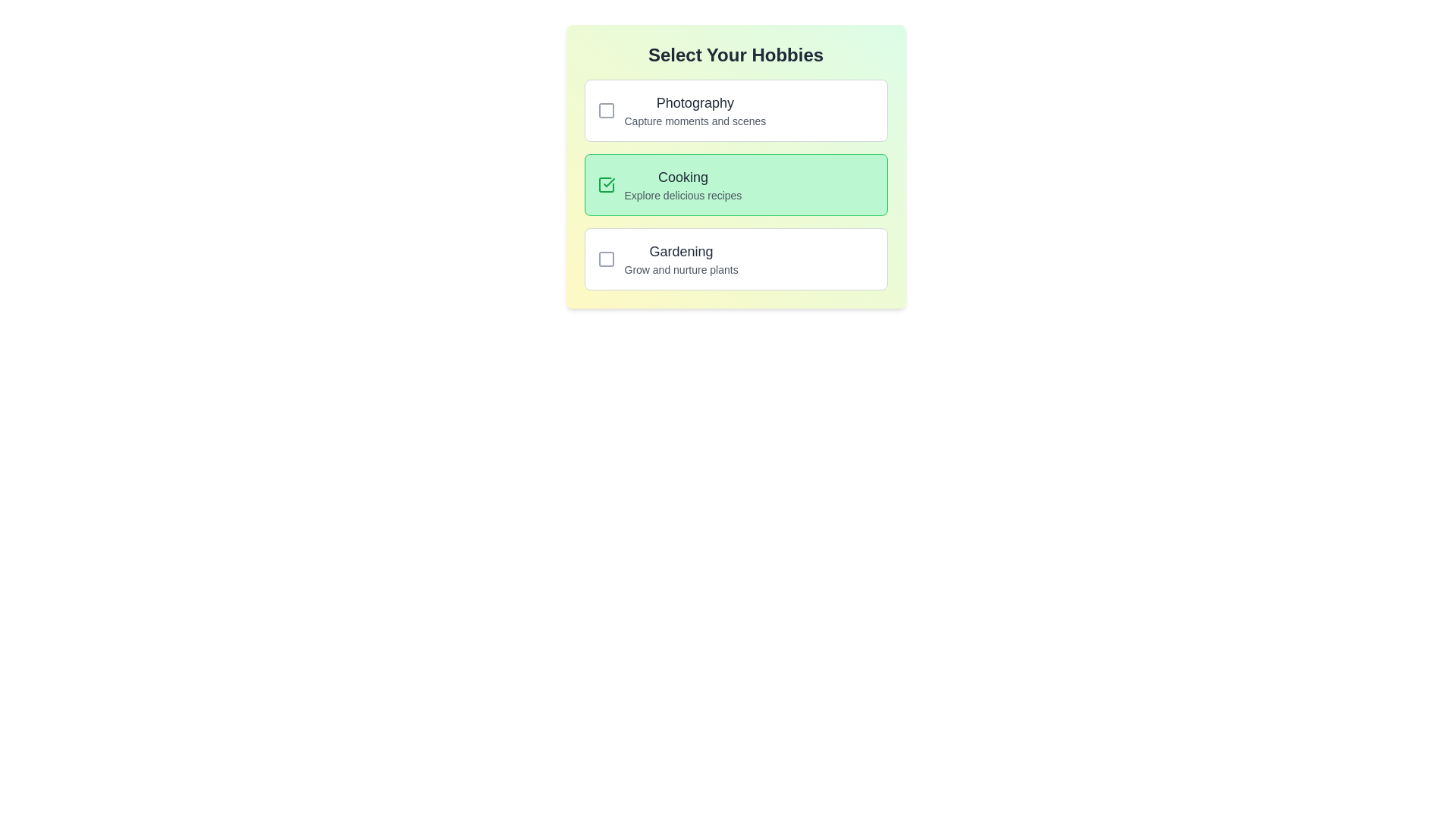  What do you see at coordinates (682, 184) in the screenshot?
I see `keyboard navigation` at bounding box center [682, 184].